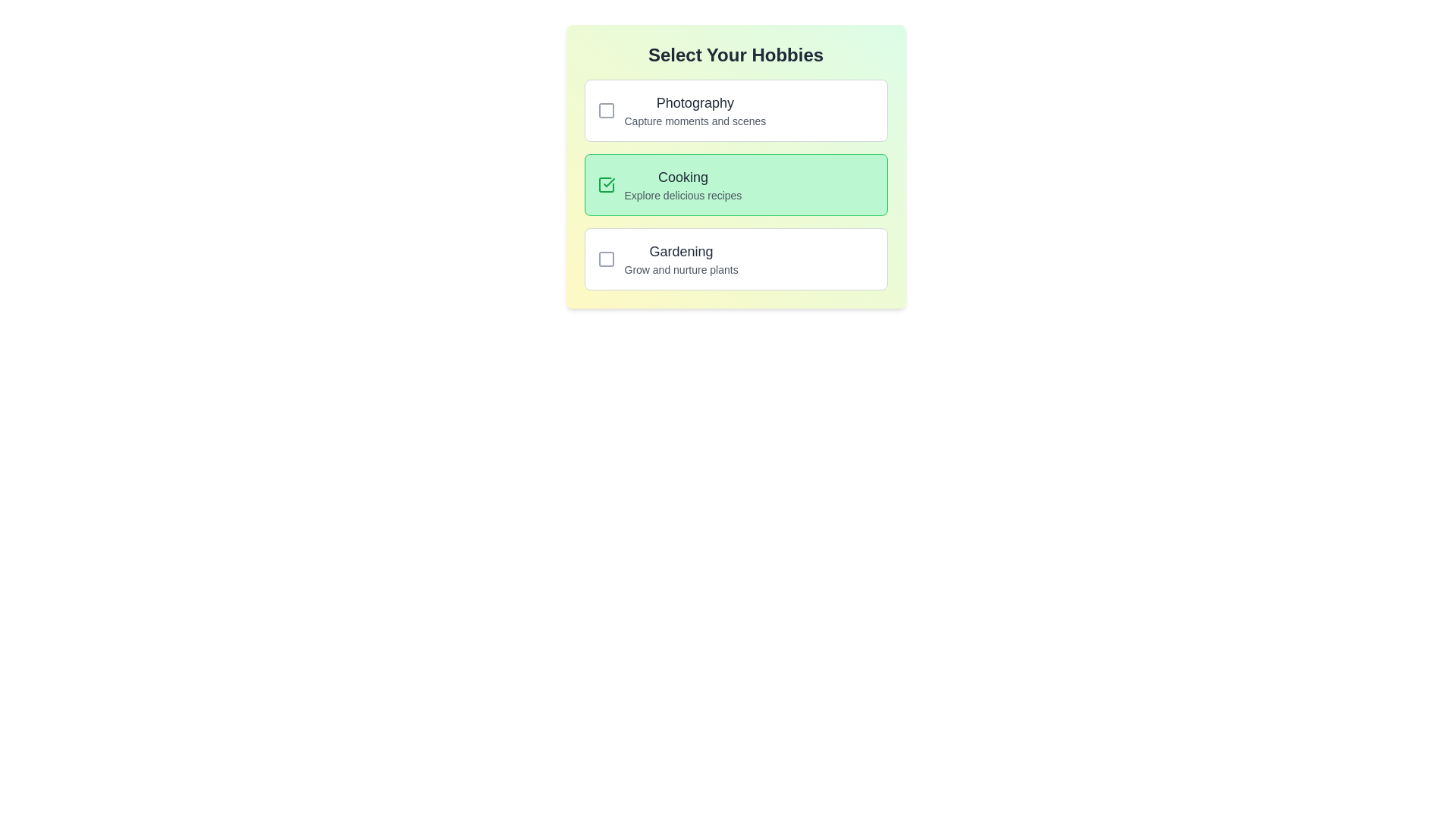  What do you see at coordinates (682, 184) in the screenshot?
I see `keyboard navigation` at bounding box center [682, 184].